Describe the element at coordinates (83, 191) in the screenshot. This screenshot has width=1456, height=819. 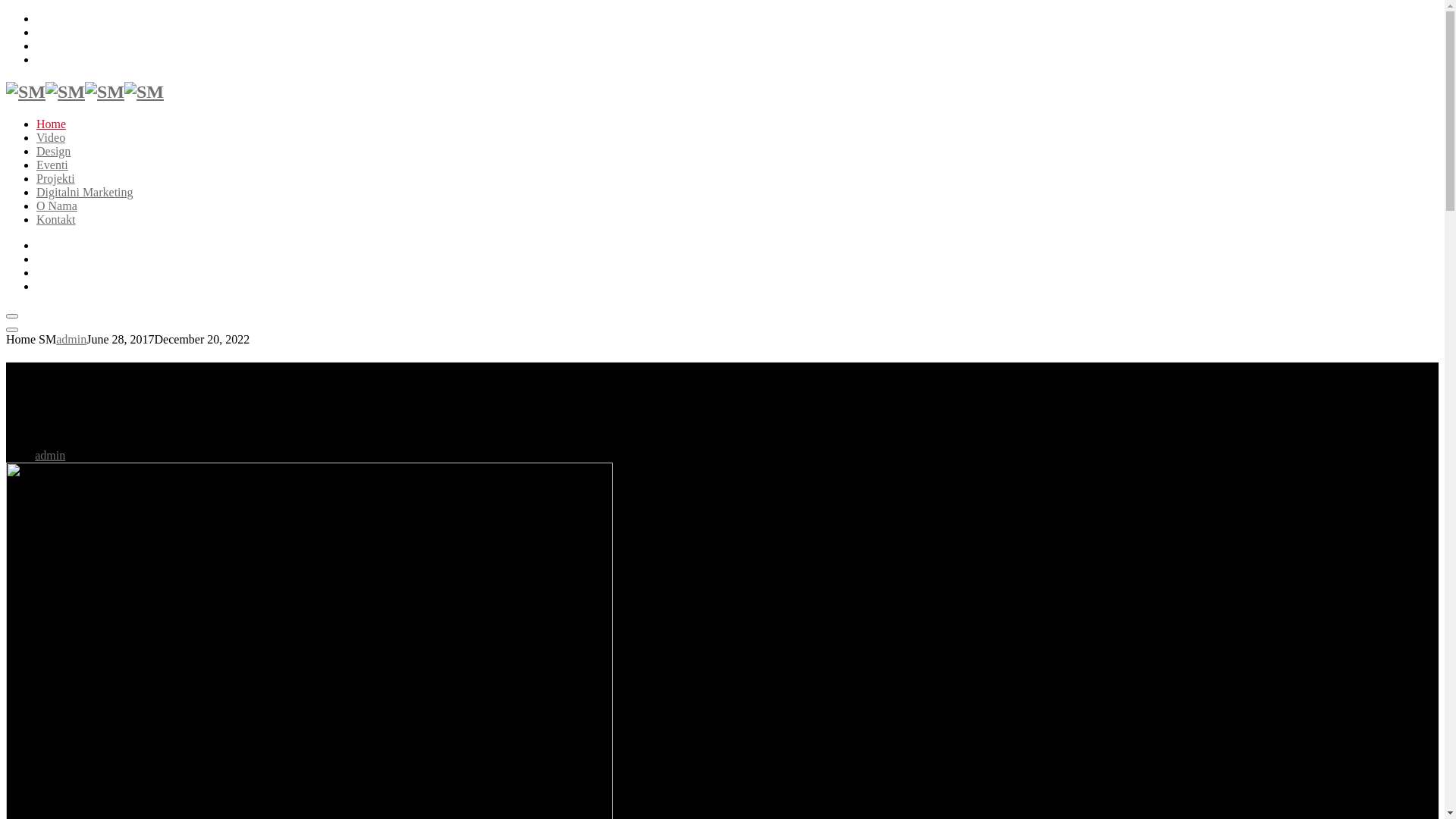
I see `'Digitalni Marketing'` at that location.